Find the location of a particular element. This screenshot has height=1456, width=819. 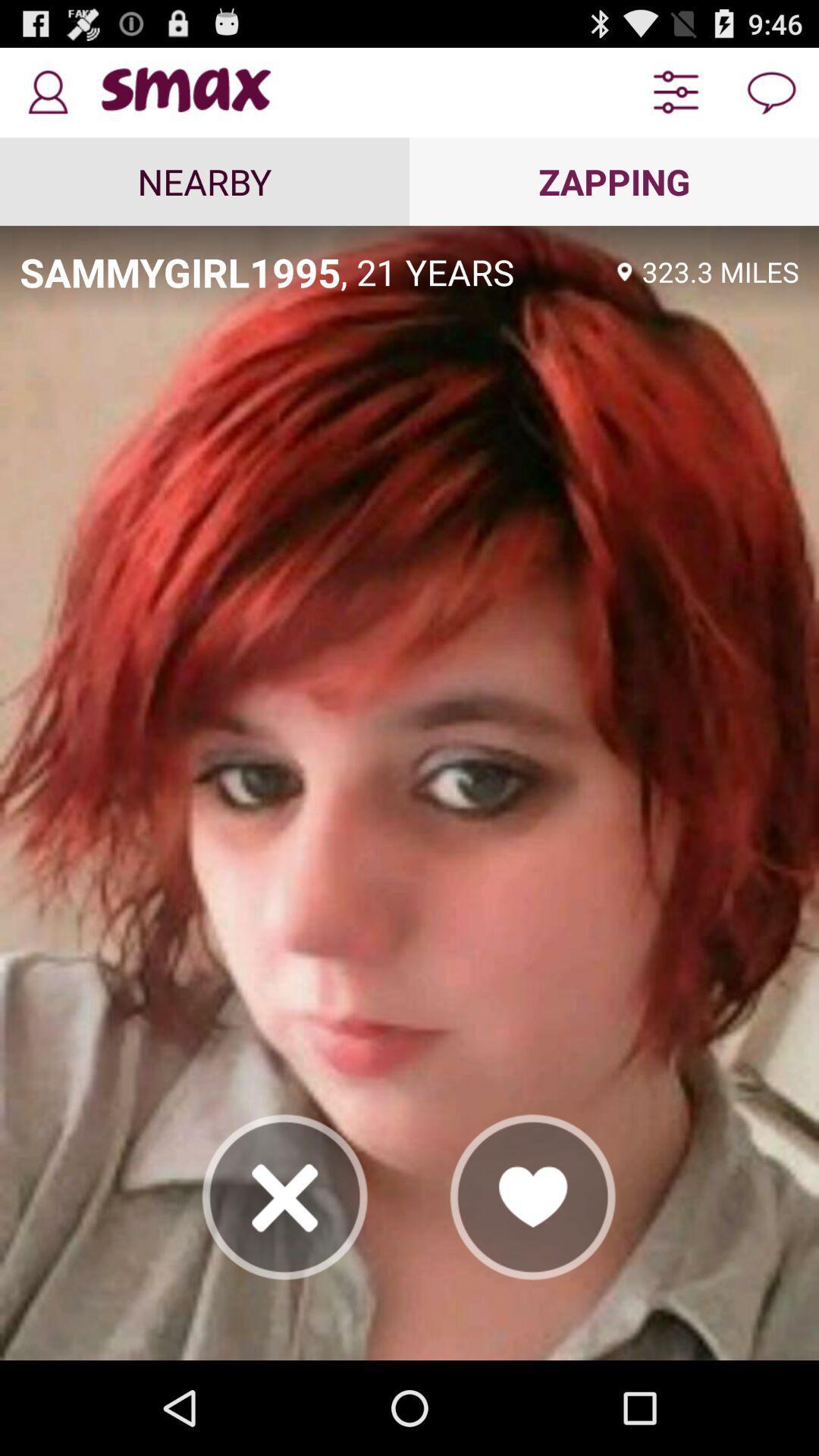

sammygirl1995 item is located at coordinates (179, 271).